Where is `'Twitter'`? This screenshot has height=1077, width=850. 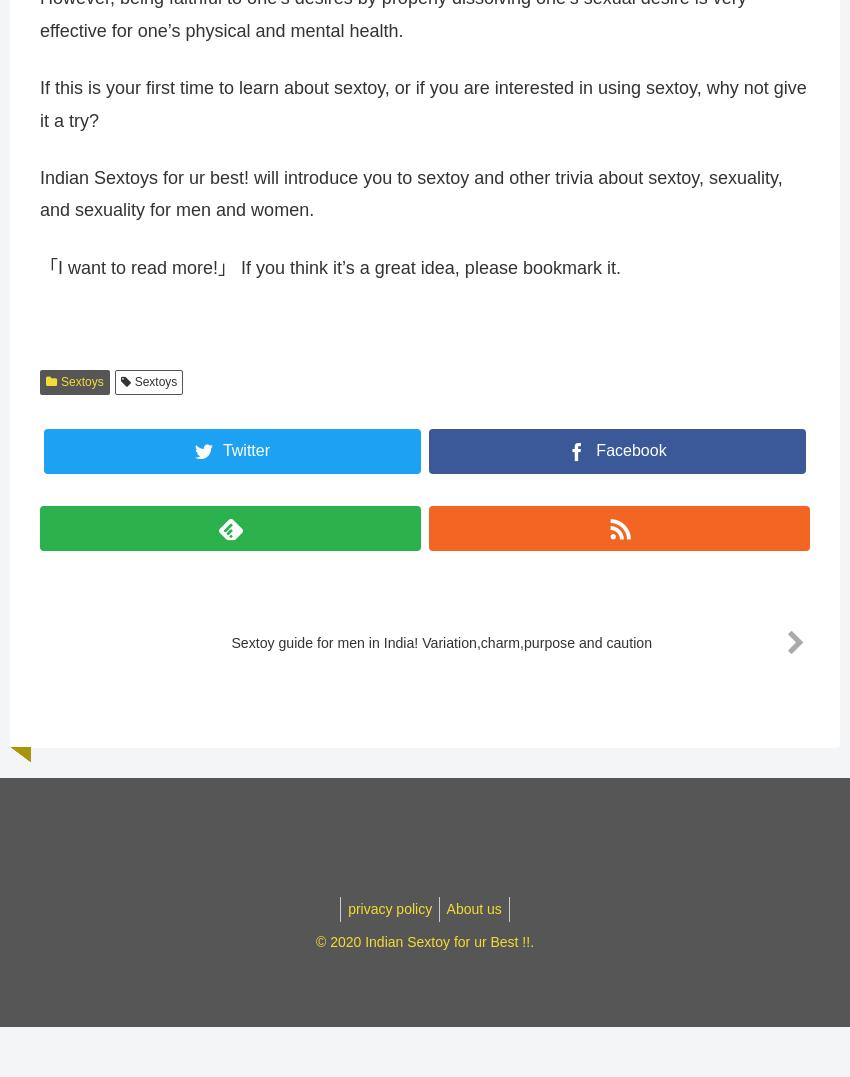
'Twitter' is located at coordinates (222, 459).